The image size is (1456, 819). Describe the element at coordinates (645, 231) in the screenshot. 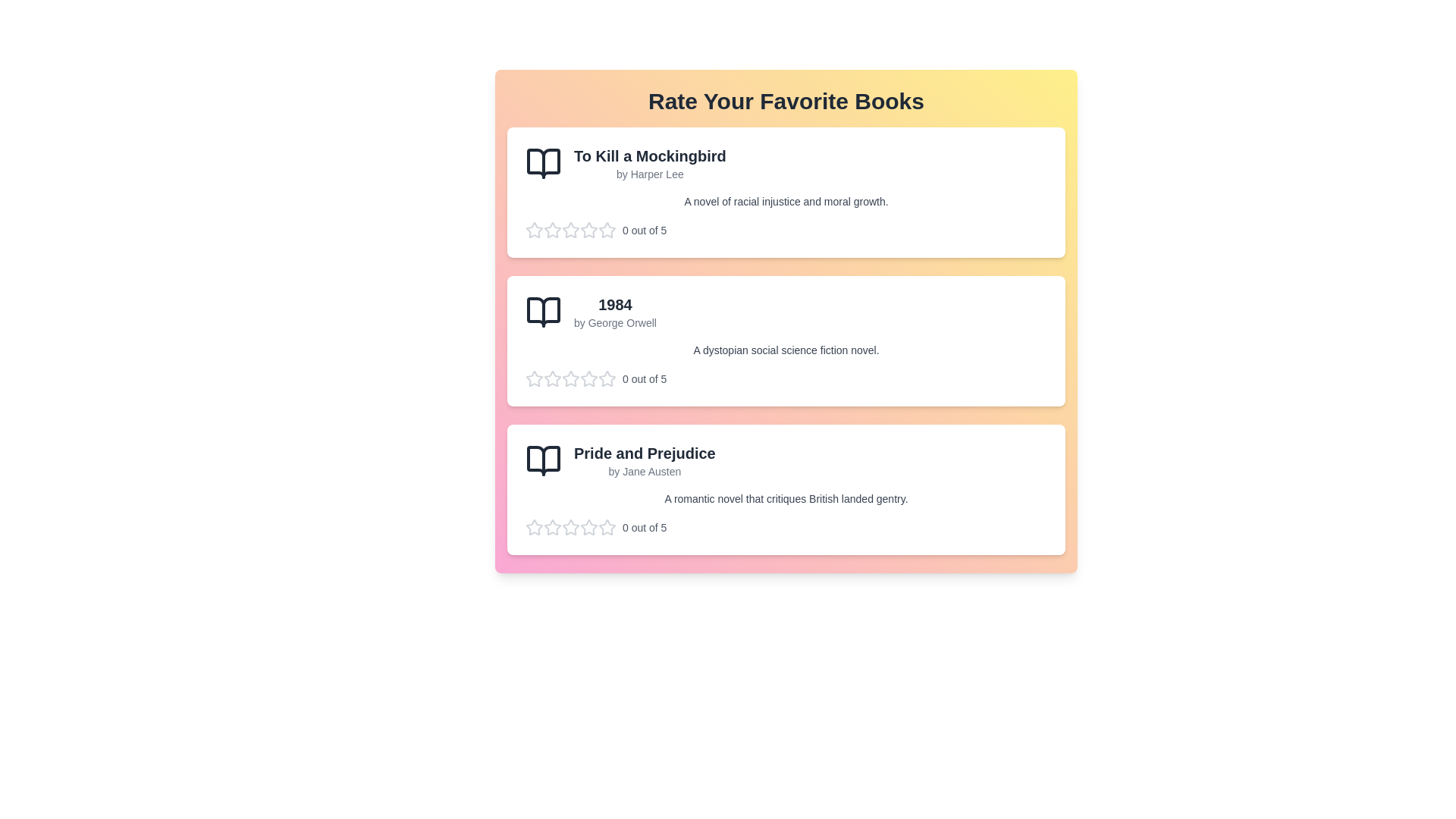

I see `the static text element that displays the current rating value, which shows '0 out of 5', located in the top card of the list, to the right of the five outlined star icons and below the book title 'To Kill a Mockingbird'` at that location.